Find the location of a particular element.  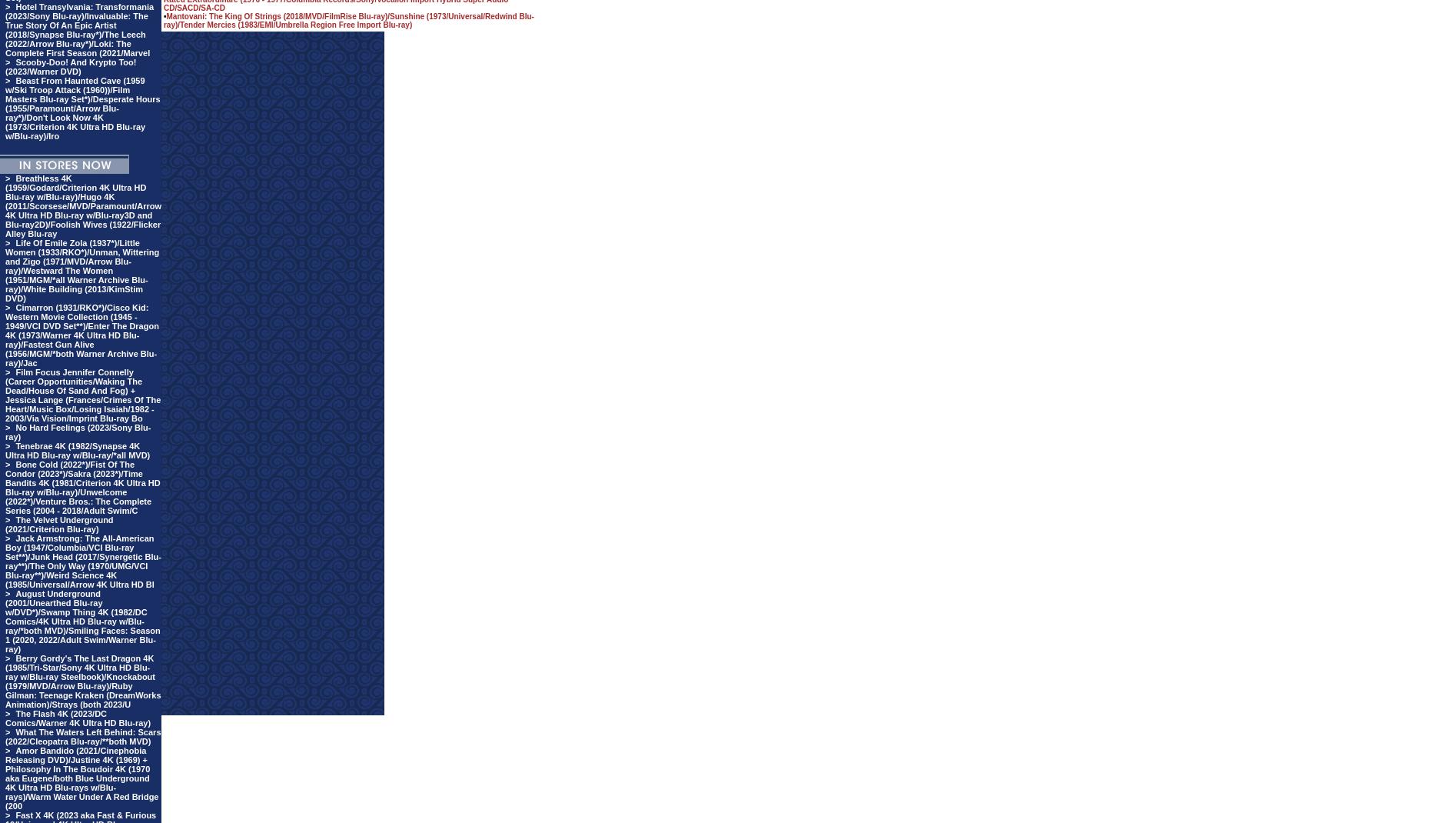

'The Flash 4K (2023/DC Comics/Warner 4K Ultra HD Blu-ray)' is located at coordinates (77, 718).